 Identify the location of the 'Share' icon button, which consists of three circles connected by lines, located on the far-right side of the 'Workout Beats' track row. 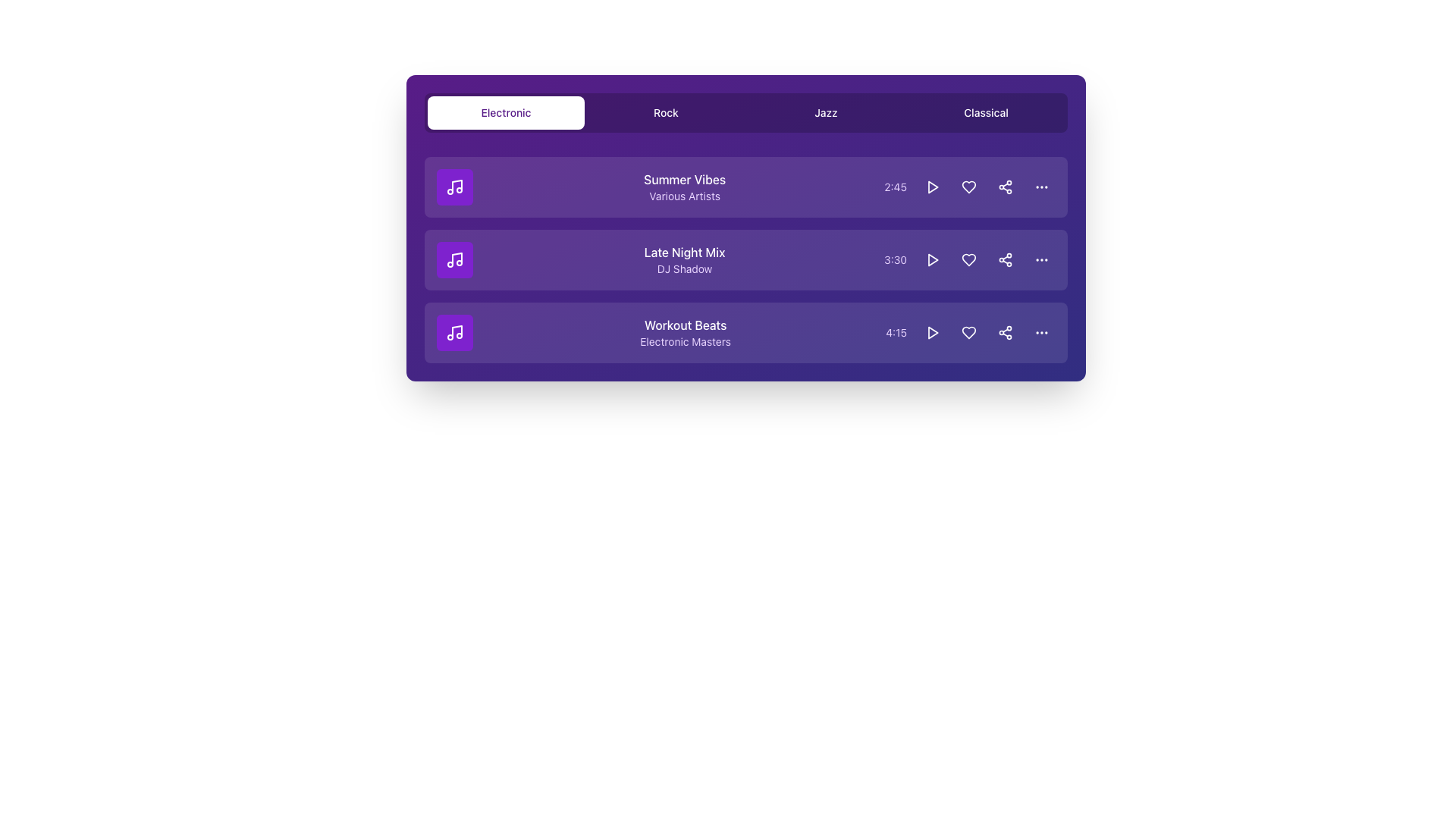
(1005, 332).